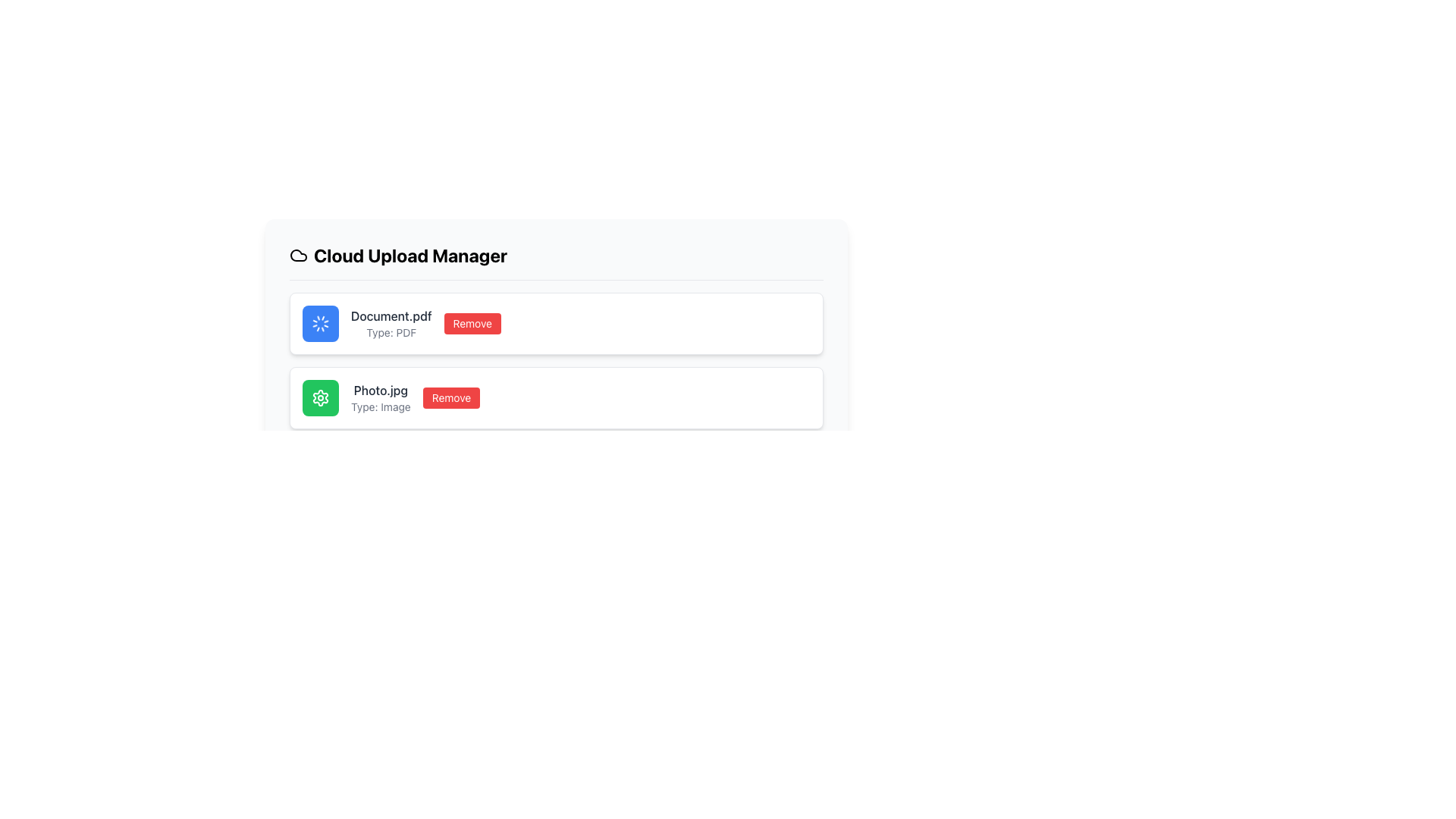 The width and height of the screenshot is (1456, 819). Describe the element at coordinates (391, 332) in the screenshot. I see `the Text Label that displays 'PDF' information, located below the 'Document.pdf' text element` at that location.